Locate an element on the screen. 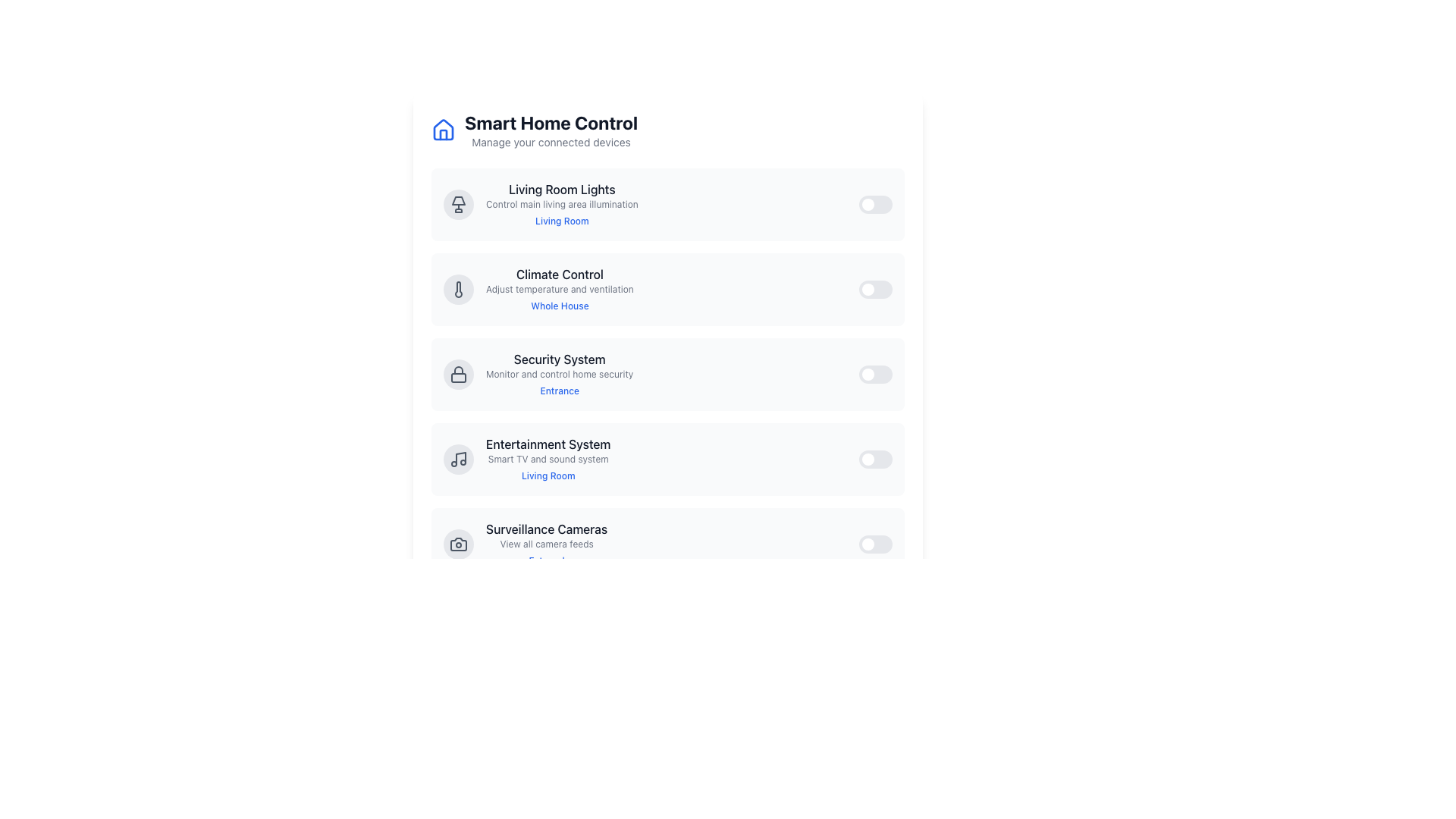 The image size is (1456, 819). the 'Surveillance Cameras' list item, which consists of a gray circular icon with a camera symbol and a title in bold black font, to trigger the tooltip or hover effects is located at coordinates (526, 543).